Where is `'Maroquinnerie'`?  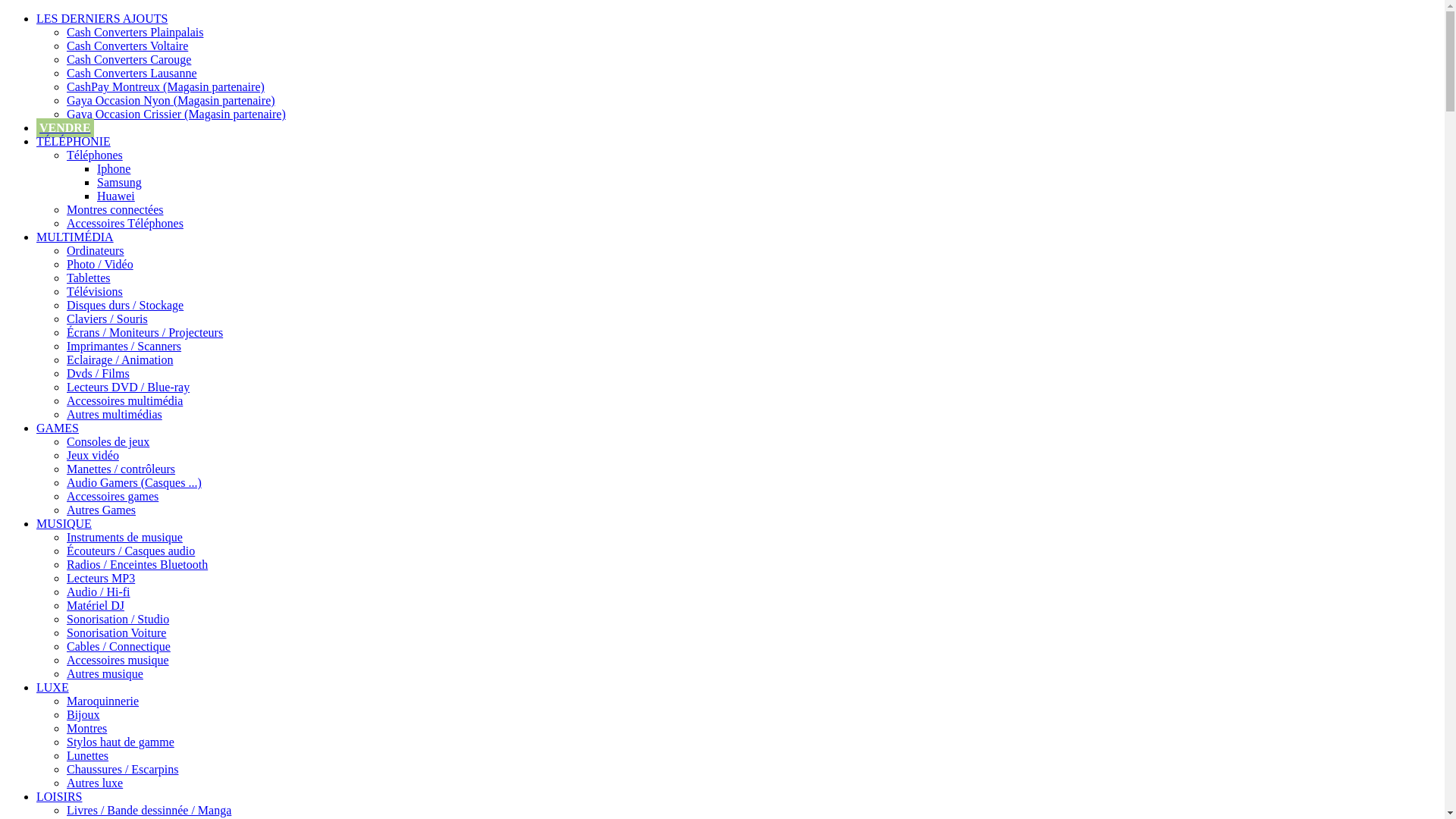 'Maroquinnerie' is located at coordinates (65, 701).